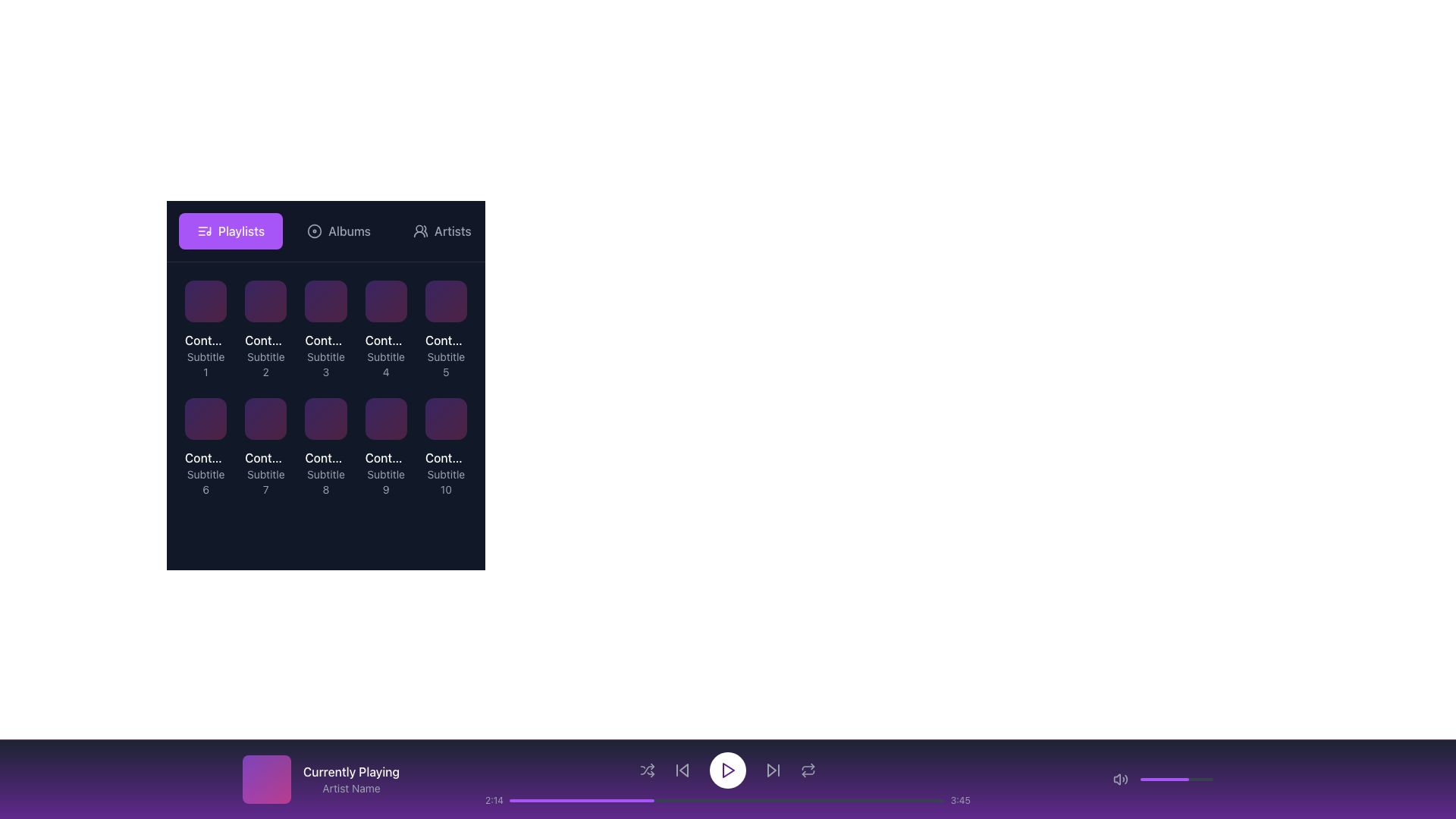 The image size is (1456, 819). Describe the element at coordinates (445, 419) in the screenshot. I see `the content tile or card located at the bottom-right corner of the grid, labeled 'Content Title 10' and 'Subtitle 10'` at that location.